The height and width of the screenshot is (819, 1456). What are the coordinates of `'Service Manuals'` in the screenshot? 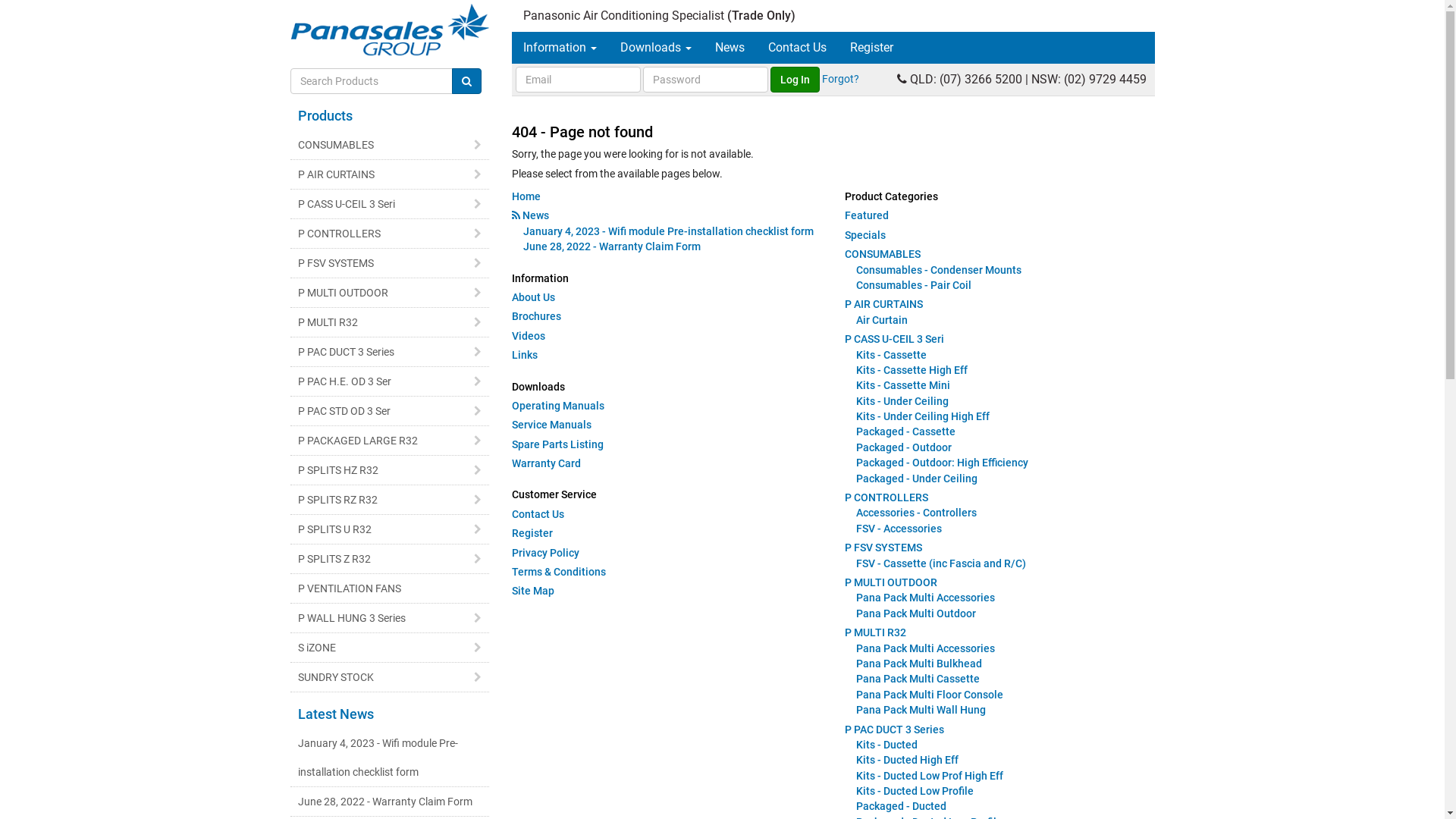 It's located at (551, 424).